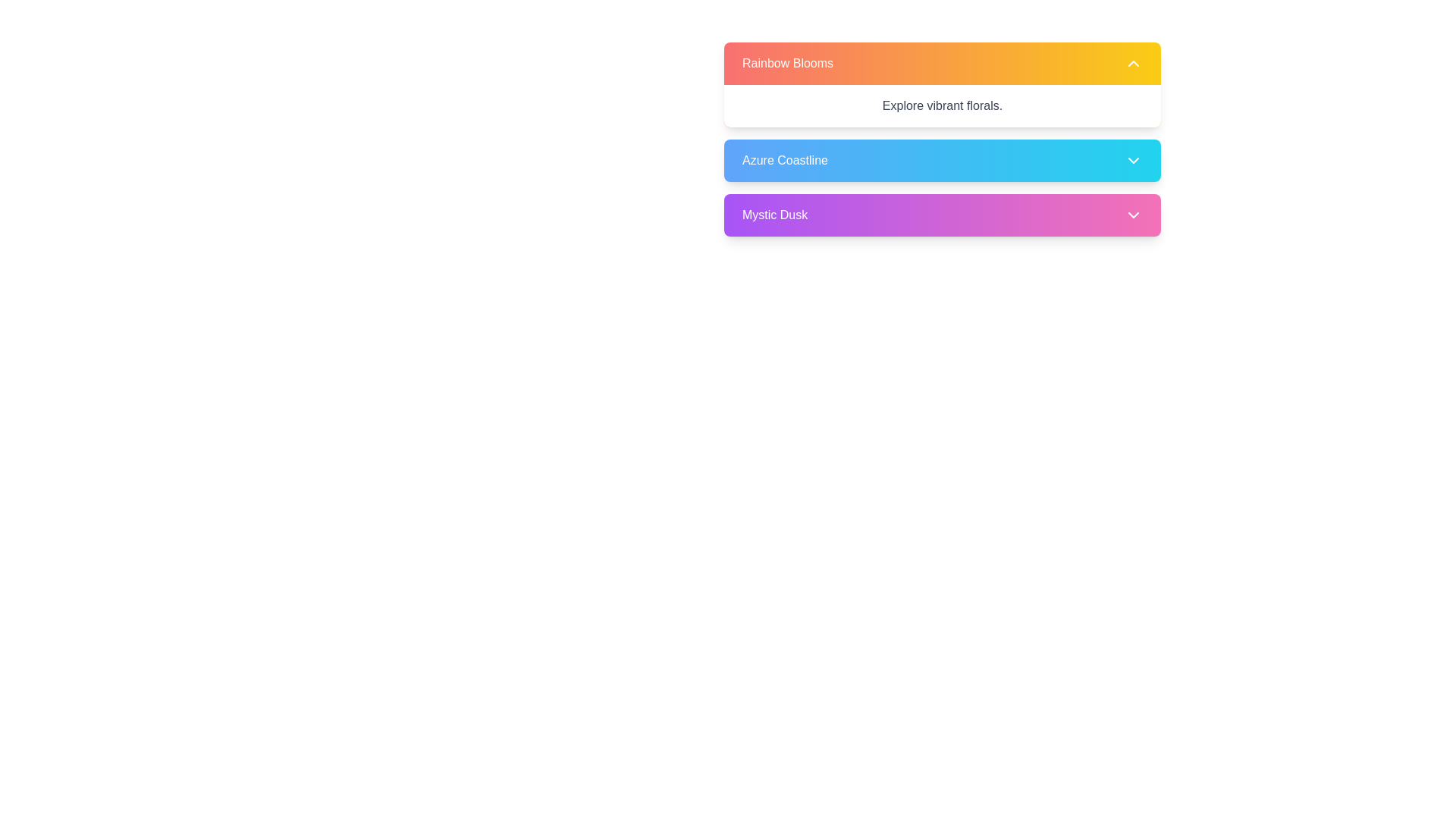 The height and width of the screenshot is (819, 1456). I want to click on the triangular icon button at the rightmost edge of the 'Mystic Dusk' bar, so click(1133, 215).